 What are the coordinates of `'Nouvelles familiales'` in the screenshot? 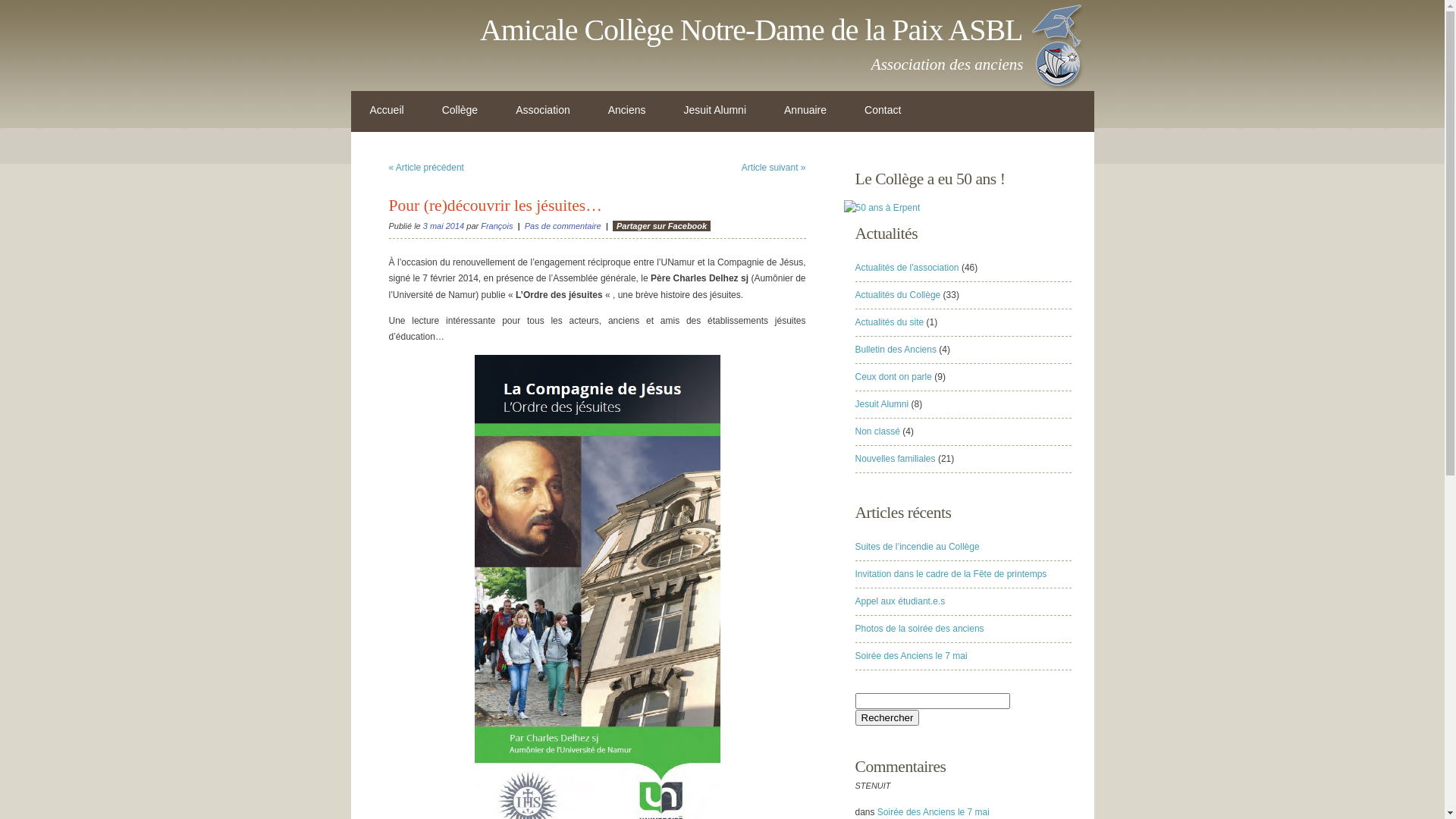 It's located at (855, 458).